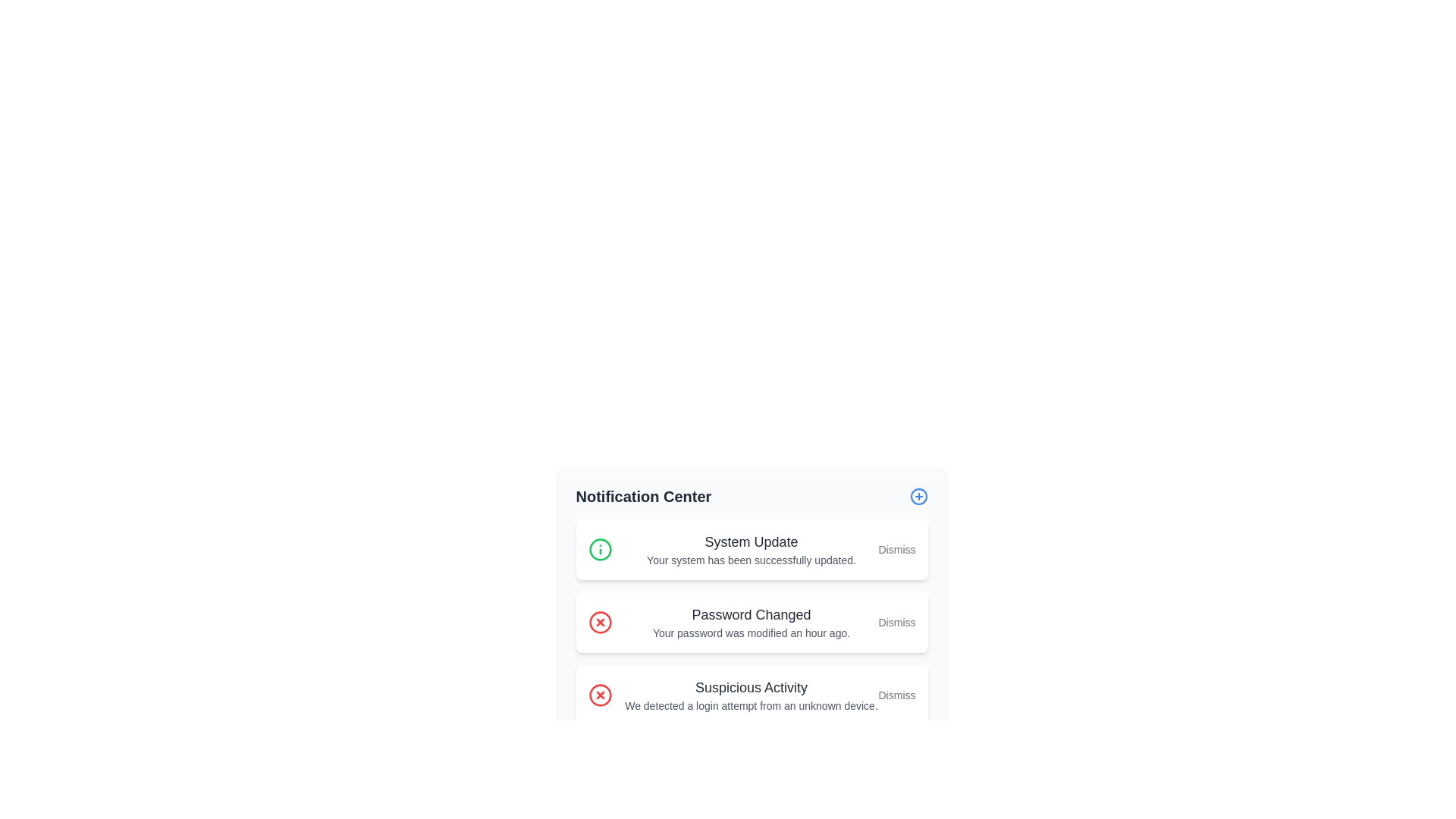 This screenshot has height=819, width=1456. What do you see at coordinates (752, 604) in the screenshot?
I see `the second notification card titled 'Password Changed' in the 'Notification Center'` at bounding box center [752, 604].